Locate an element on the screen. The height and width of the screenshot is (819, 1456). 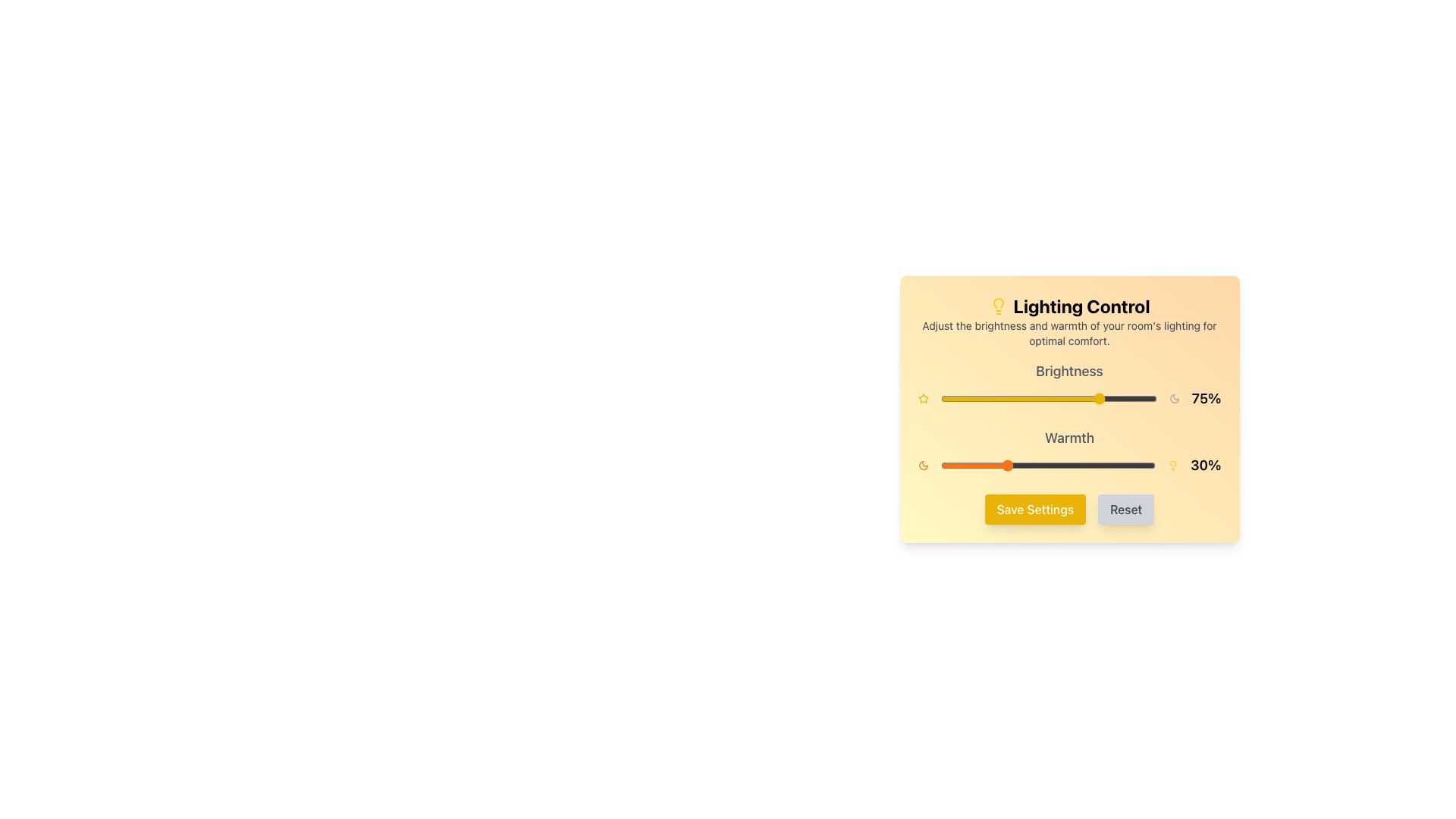
value of the static text displaying '75%' which is located near the right edge of the settings panel, adjacent to the brightness slider is located at coordinates (1206, 397).